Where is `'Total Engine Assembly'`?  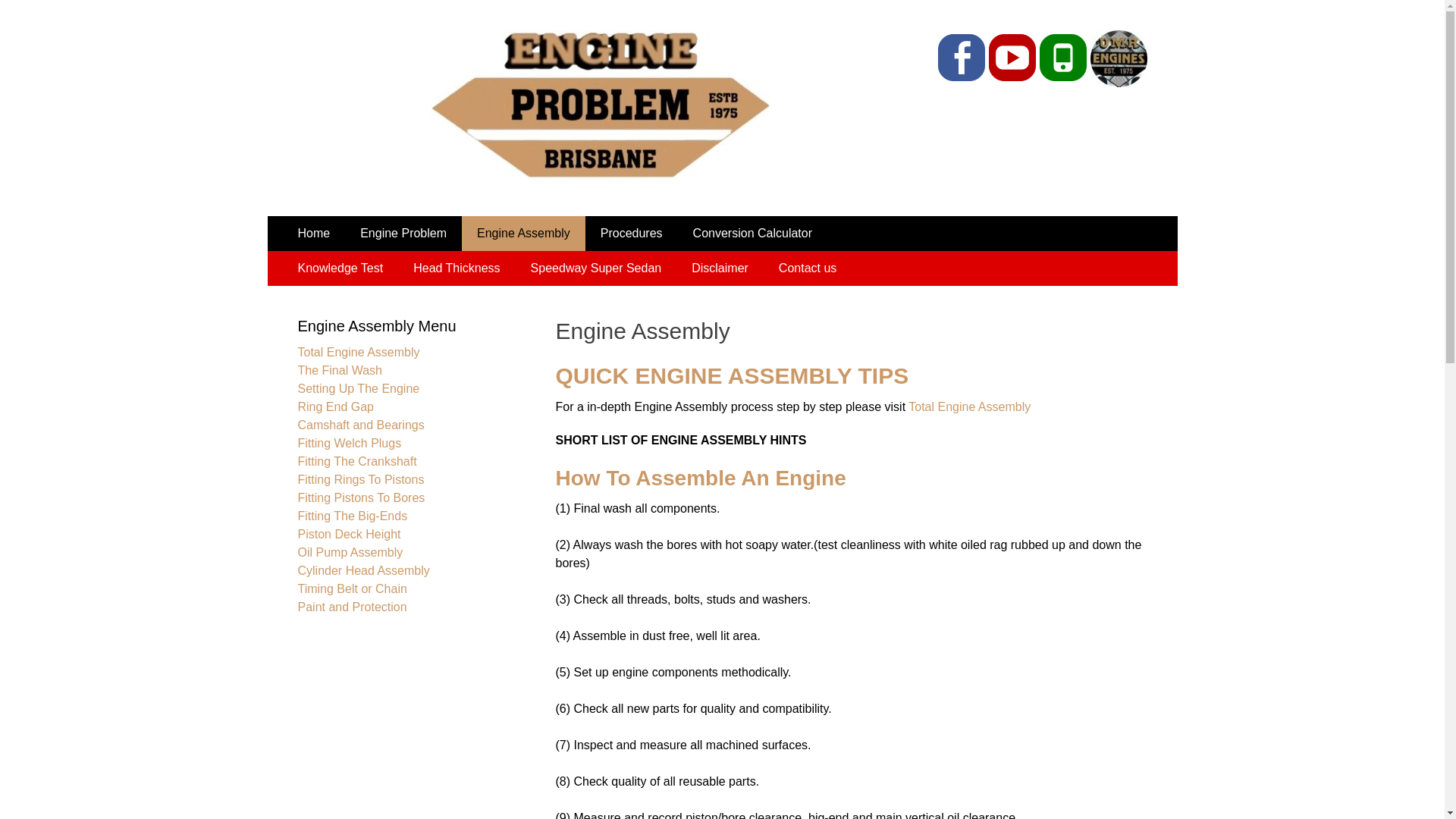 'Total Engine Assembly' is located at coordinates (968, 406).